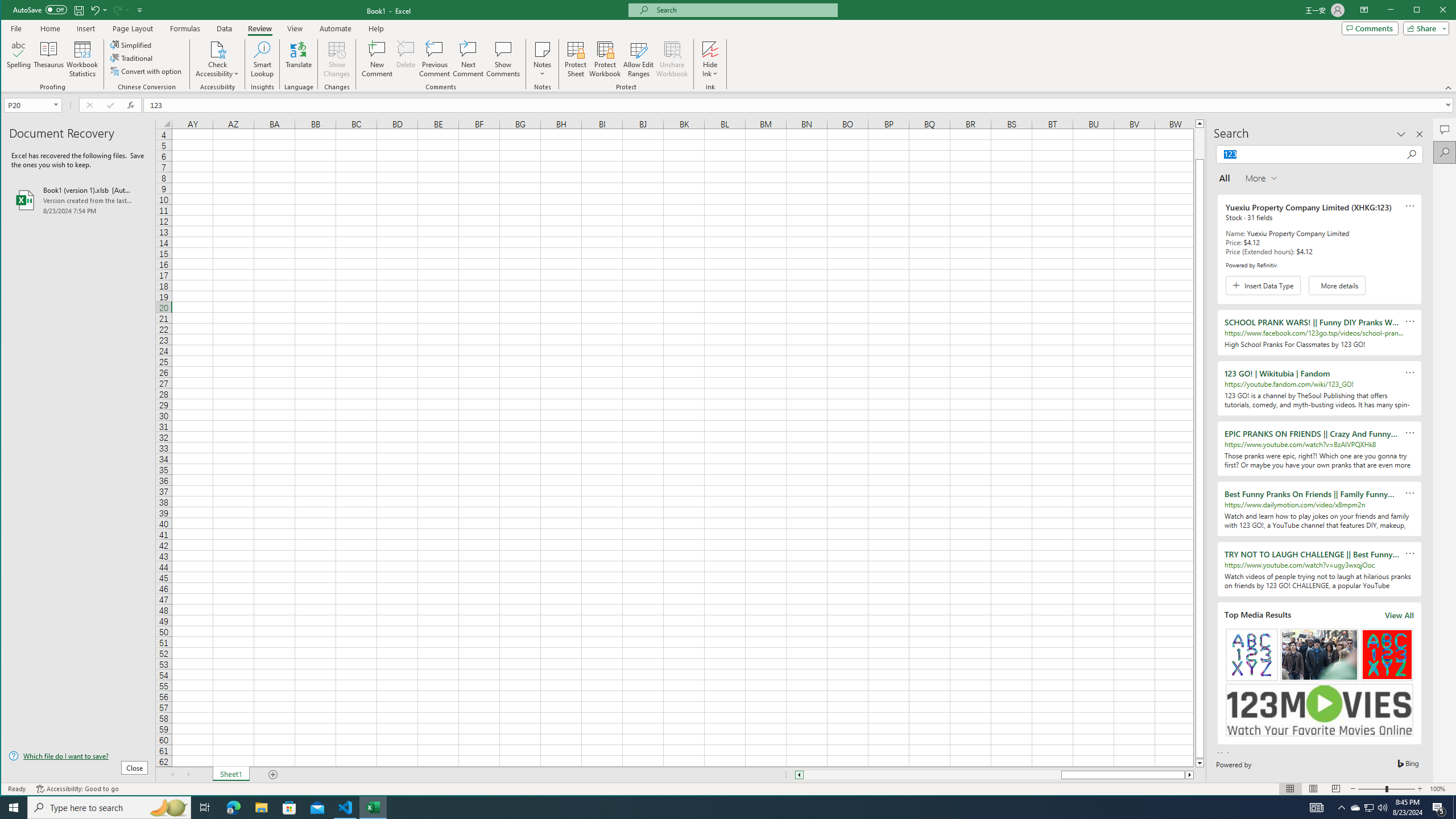 This screenshot has height=819, width=1456. What do you see at coordinates (11, 11) in the screenshot?
I see `'System'` at bounding box center [11, 11].